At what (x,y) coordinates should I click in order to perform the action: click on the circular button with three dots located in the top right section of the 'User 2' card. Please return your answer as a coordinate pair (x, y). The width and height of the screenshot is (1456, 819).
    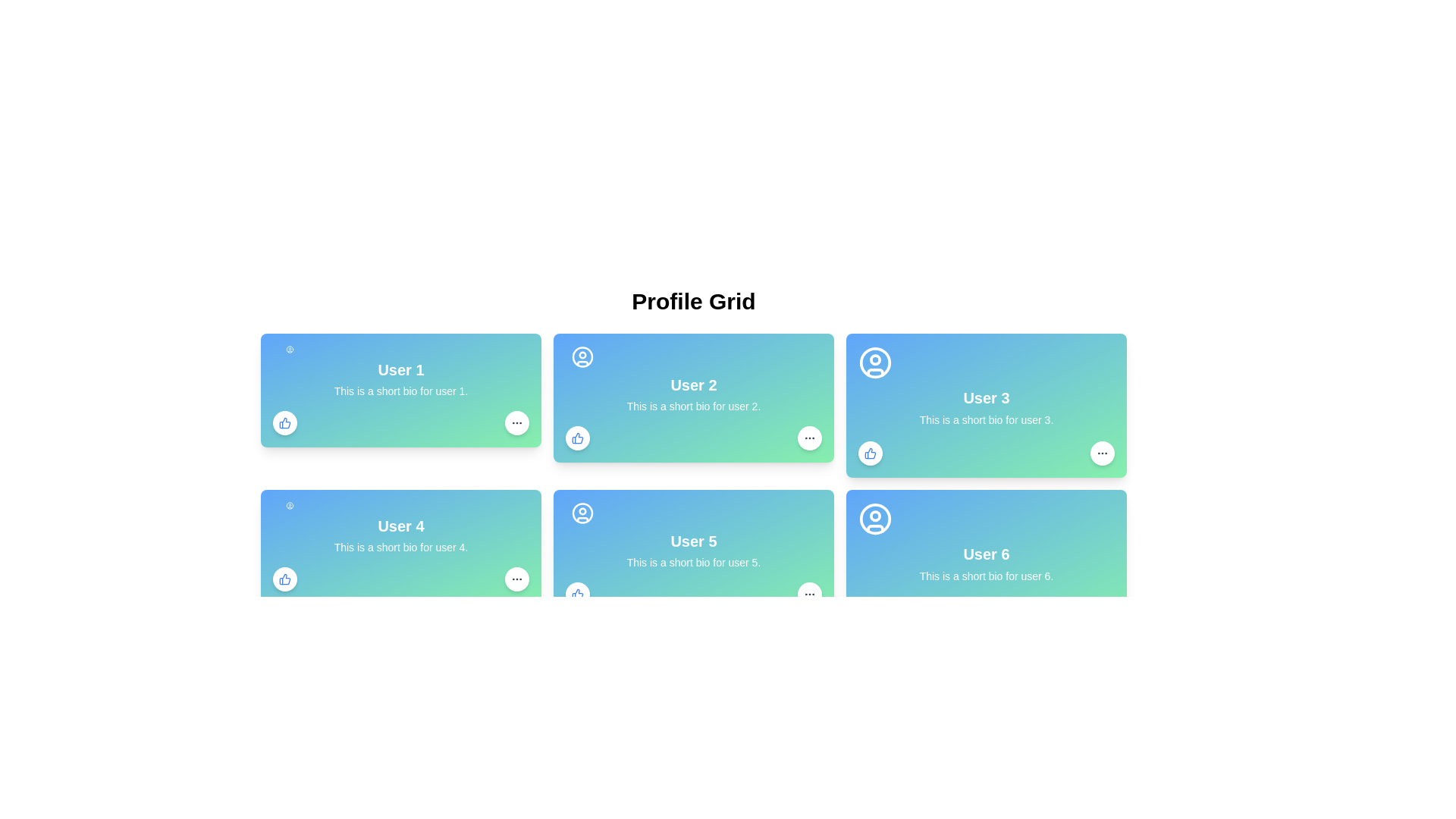
    Looking at the image, I should click on (809, 438).